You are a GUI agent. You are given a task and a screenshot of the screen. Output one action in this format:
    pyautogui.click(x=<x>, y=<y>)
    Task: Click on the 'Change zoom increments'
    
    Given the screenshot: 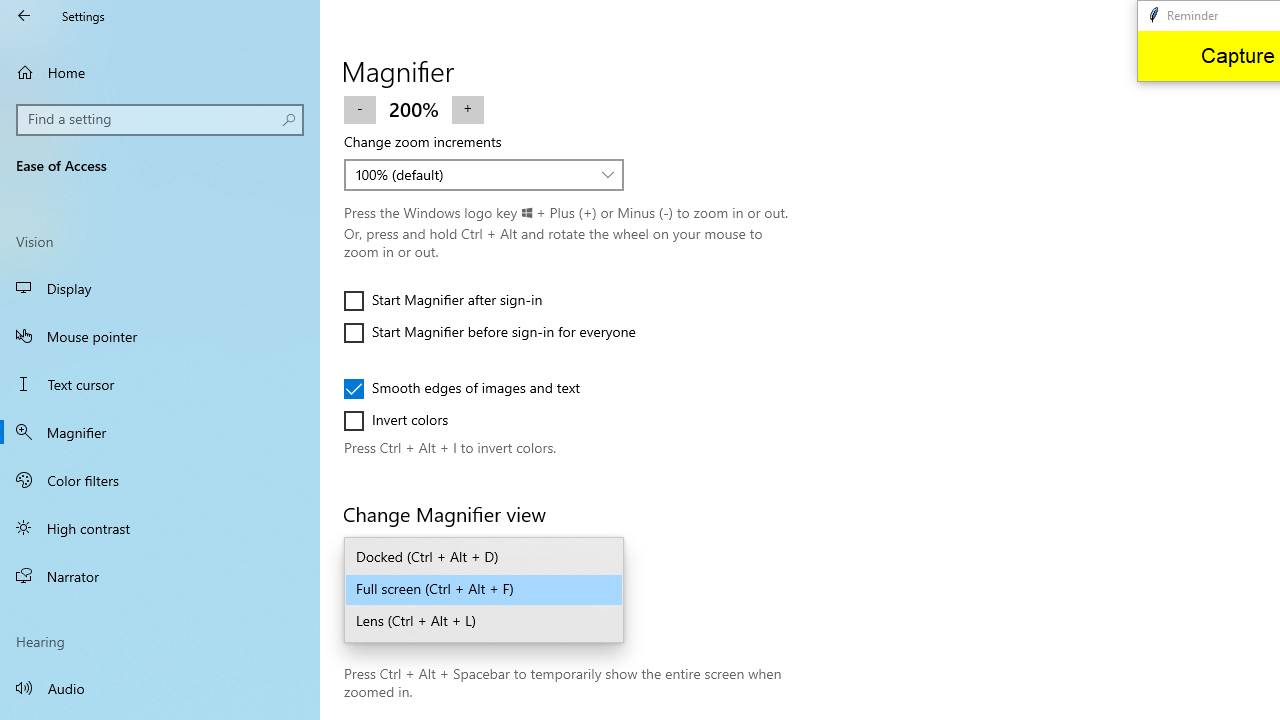 What is the action you would take?
    pyautogui.click(x=484, y=173)
    